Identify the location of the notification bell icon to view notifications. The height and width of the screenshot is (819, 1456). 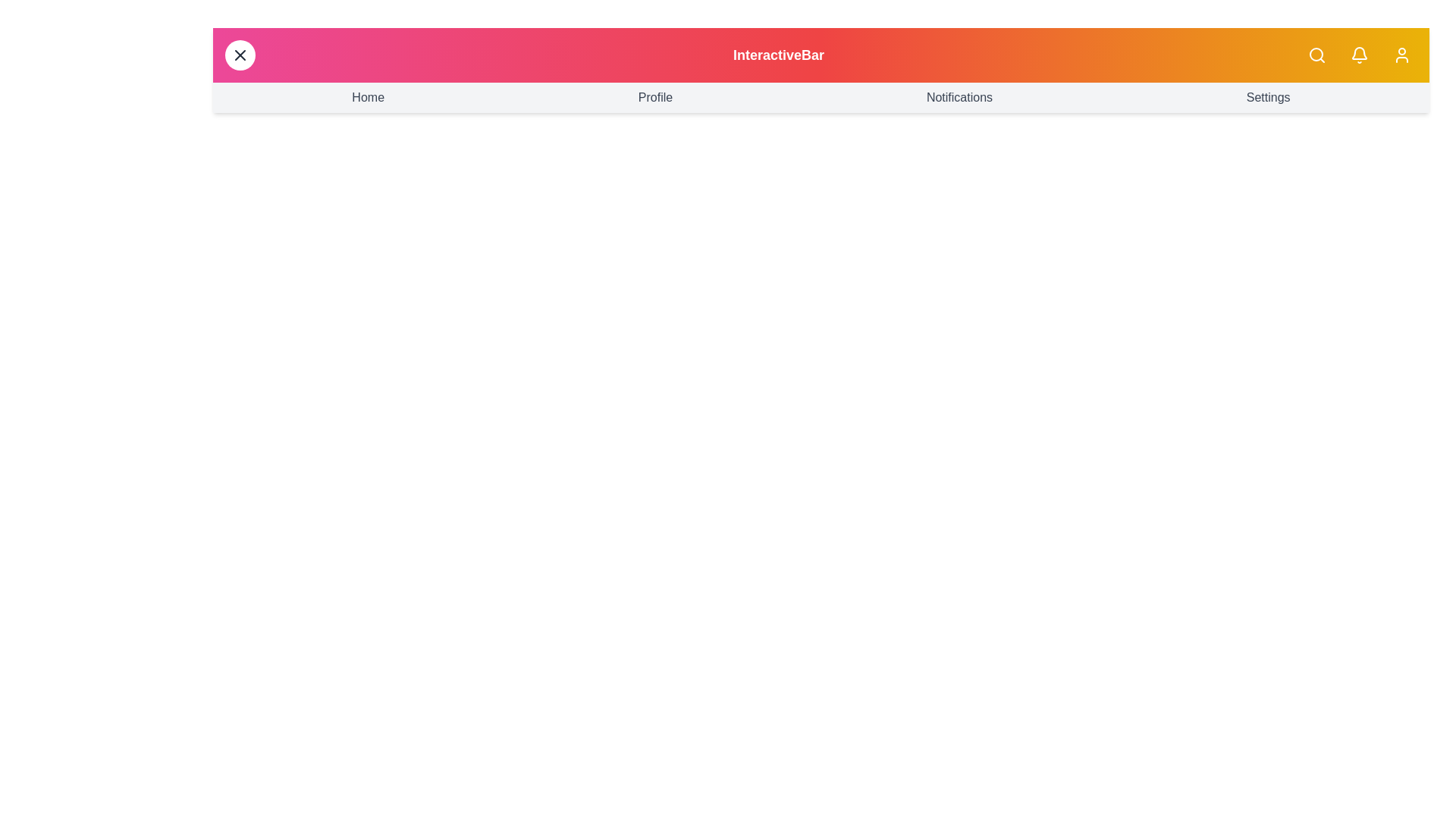
(1360, 55).